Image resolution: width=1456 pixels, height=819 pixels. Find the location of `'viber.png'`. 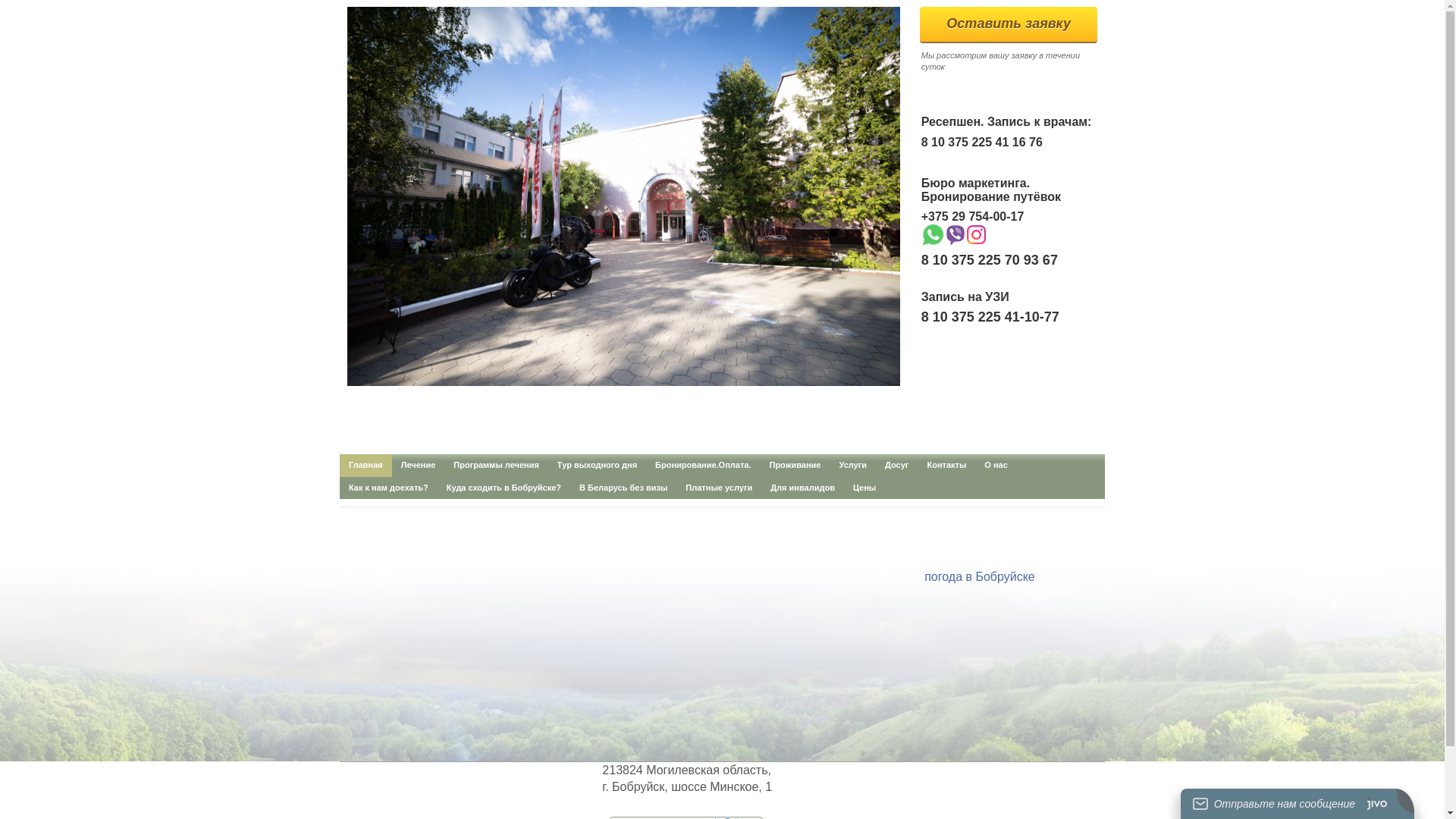

'viber.png' is located at coordinates (954, 234).